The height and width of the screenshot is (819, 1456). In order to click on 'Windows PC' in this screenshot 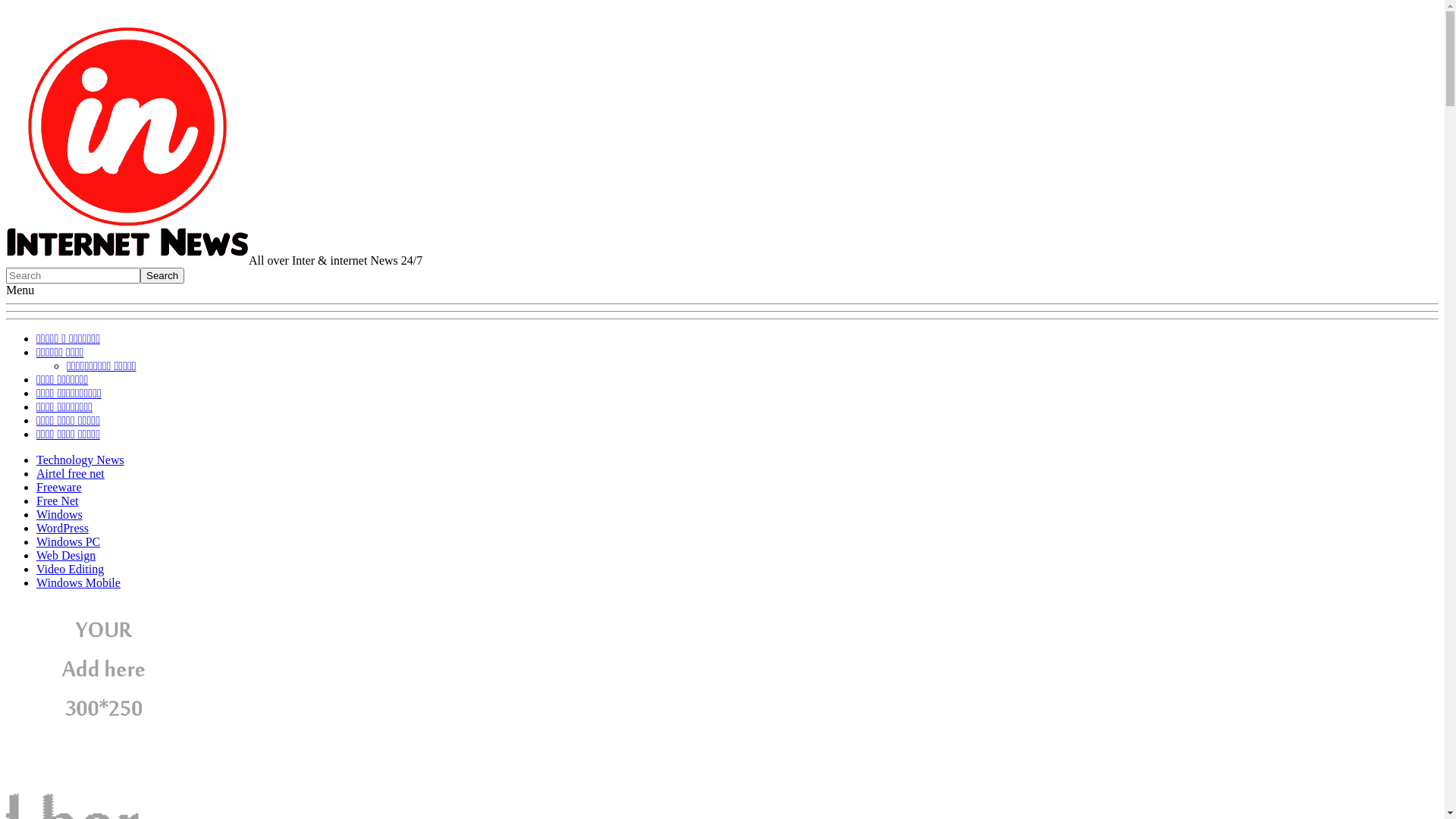, I will do `click(67, 541)`.